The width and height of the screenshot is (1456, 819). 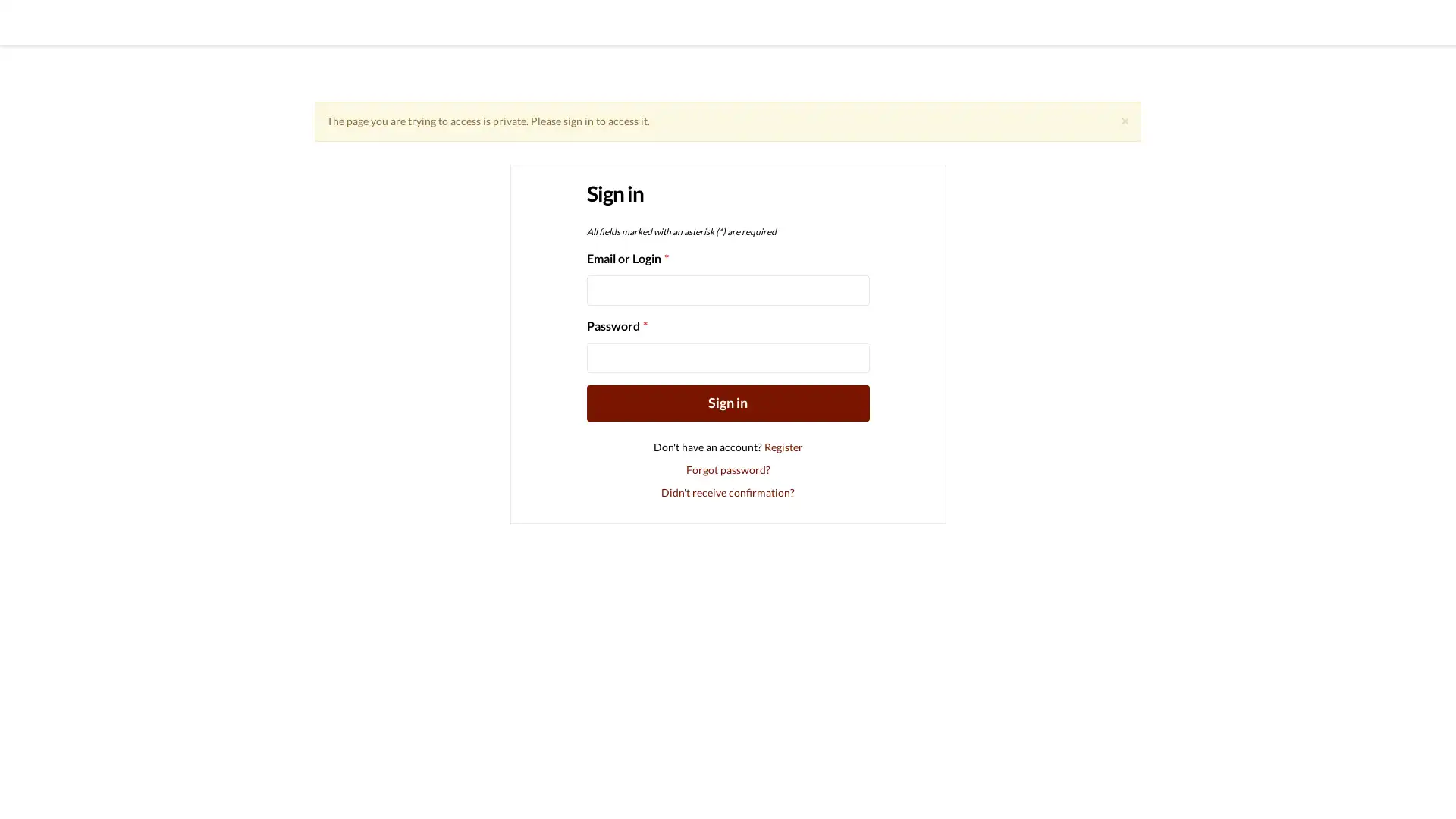 What do you see at coordinates (728, 491) in the screenshot?
I see `Didn't receive confirmation?` at bounding box center [728, 491].